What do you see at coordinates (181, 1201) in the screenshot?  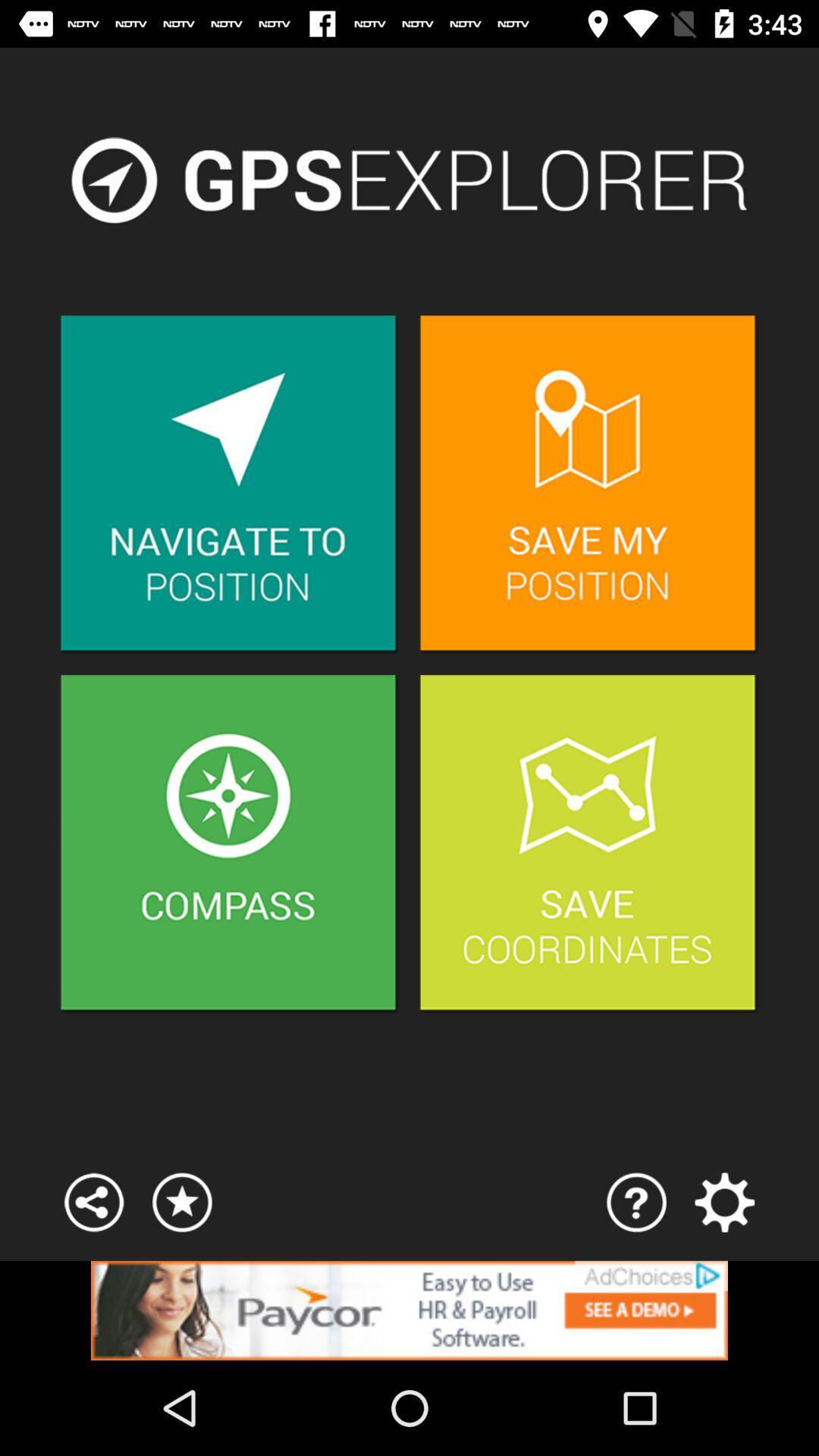 I see `favorite` at bounding box center [181, 1201].